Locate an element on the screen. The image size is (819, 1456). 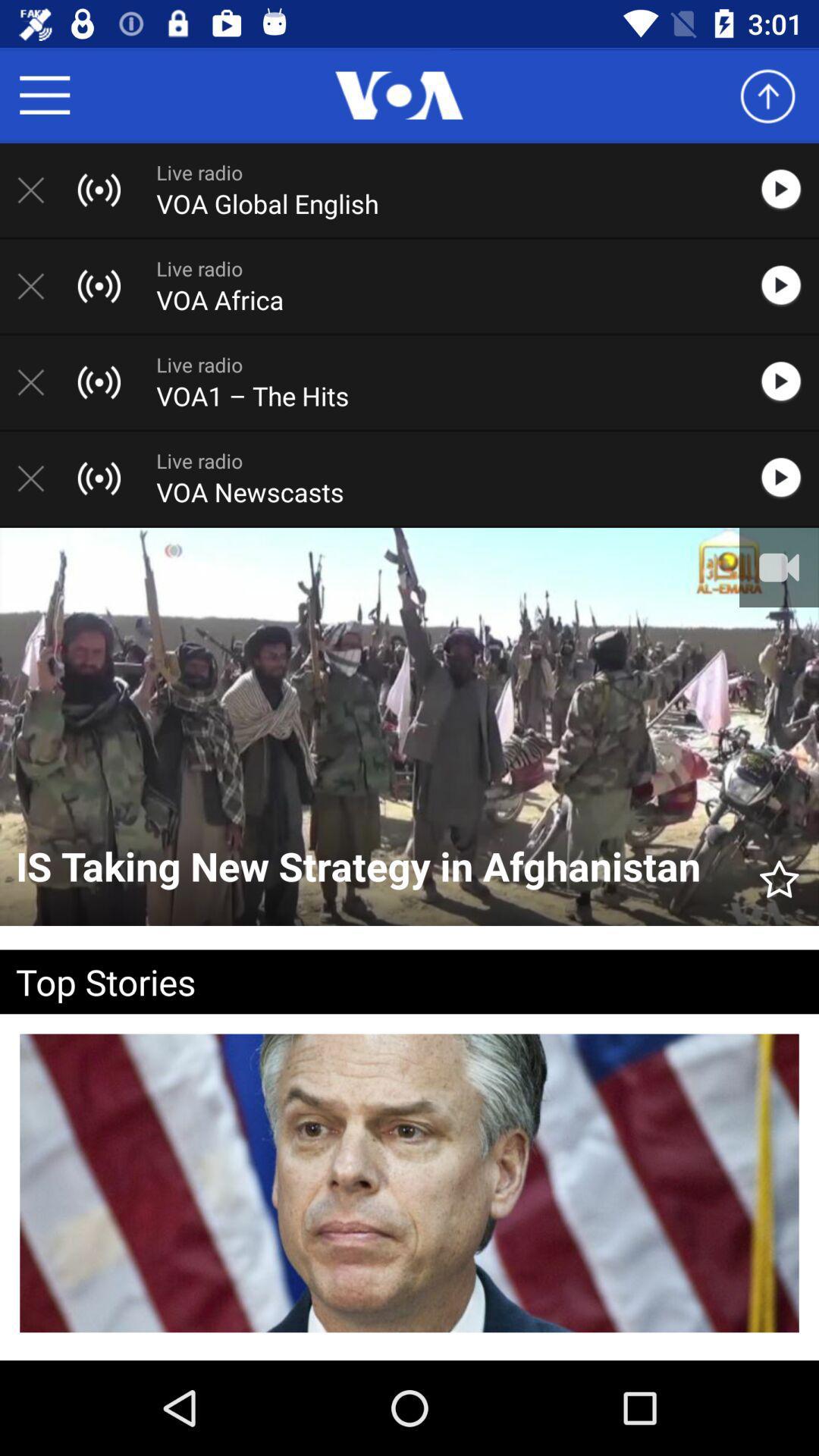
play is located at coordinates (788, 189).